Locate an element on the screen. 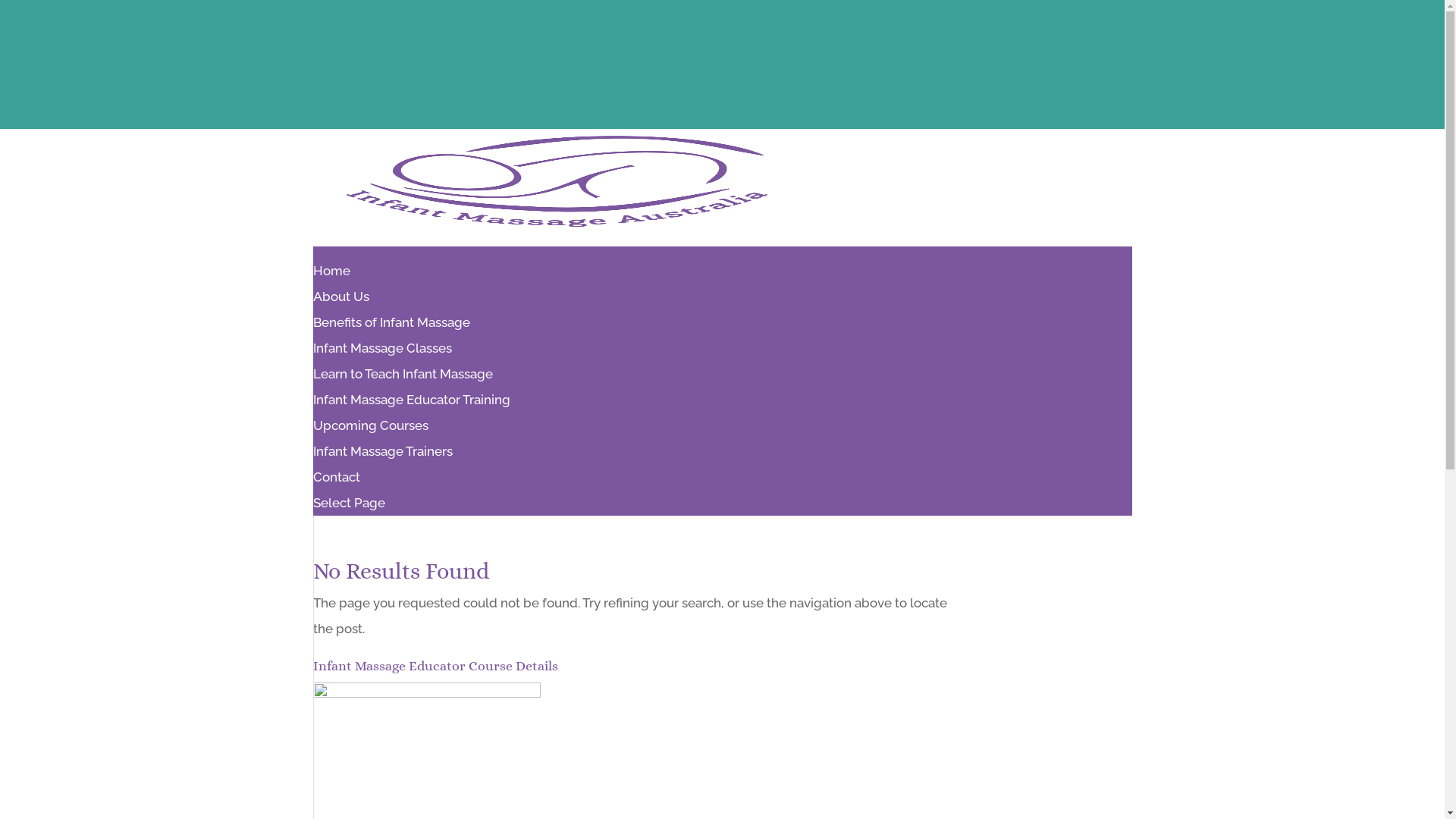 The width and height of the screenshot is (1456, 819). 'Infant Massage Classes' is located at coordinates (381, 356).